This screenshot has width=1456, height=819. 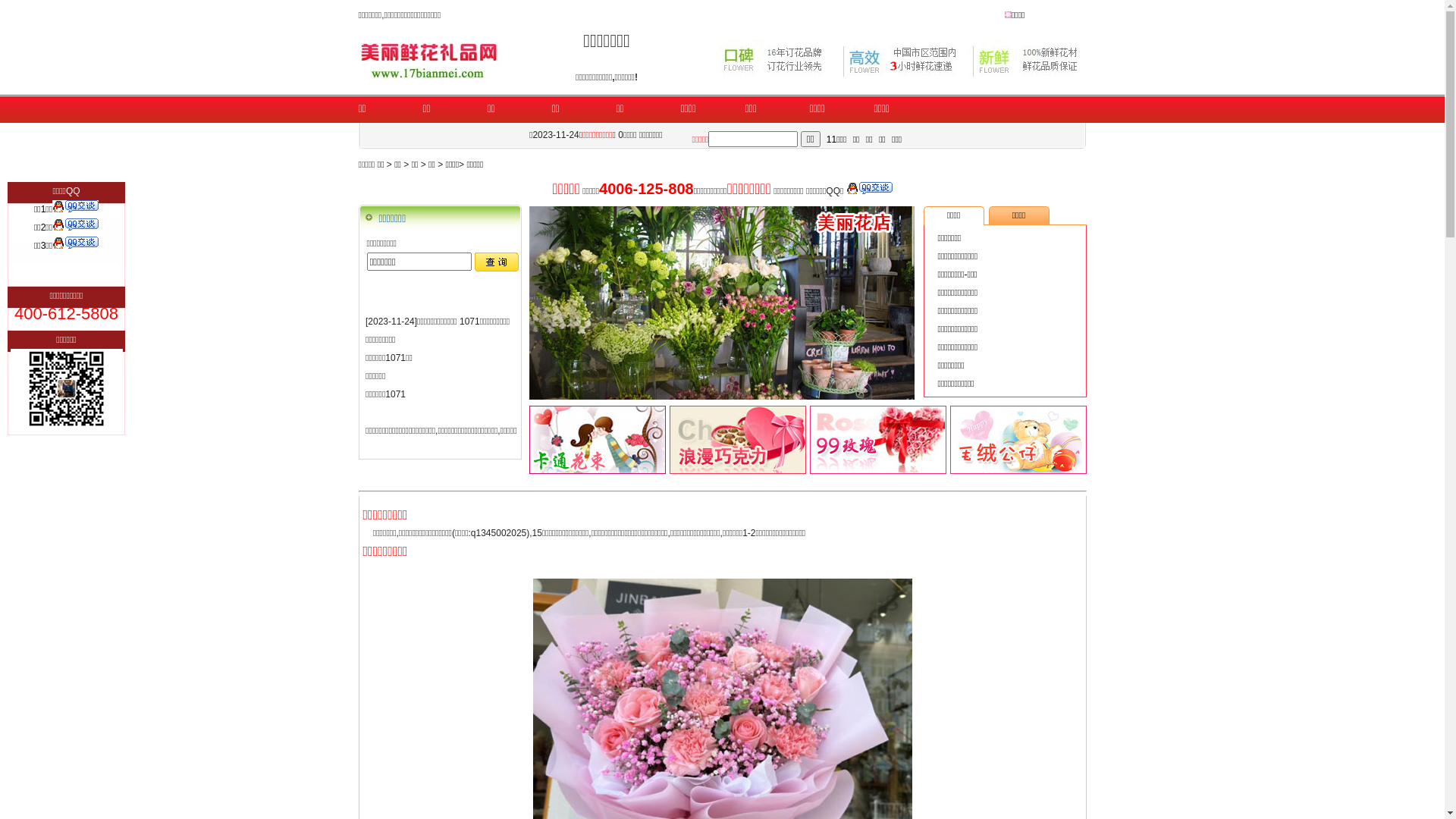 What do you see at coordinates (74, 209) in the screenshot?
I see `'QQ:554243866'` at bounding box center [74, 209].